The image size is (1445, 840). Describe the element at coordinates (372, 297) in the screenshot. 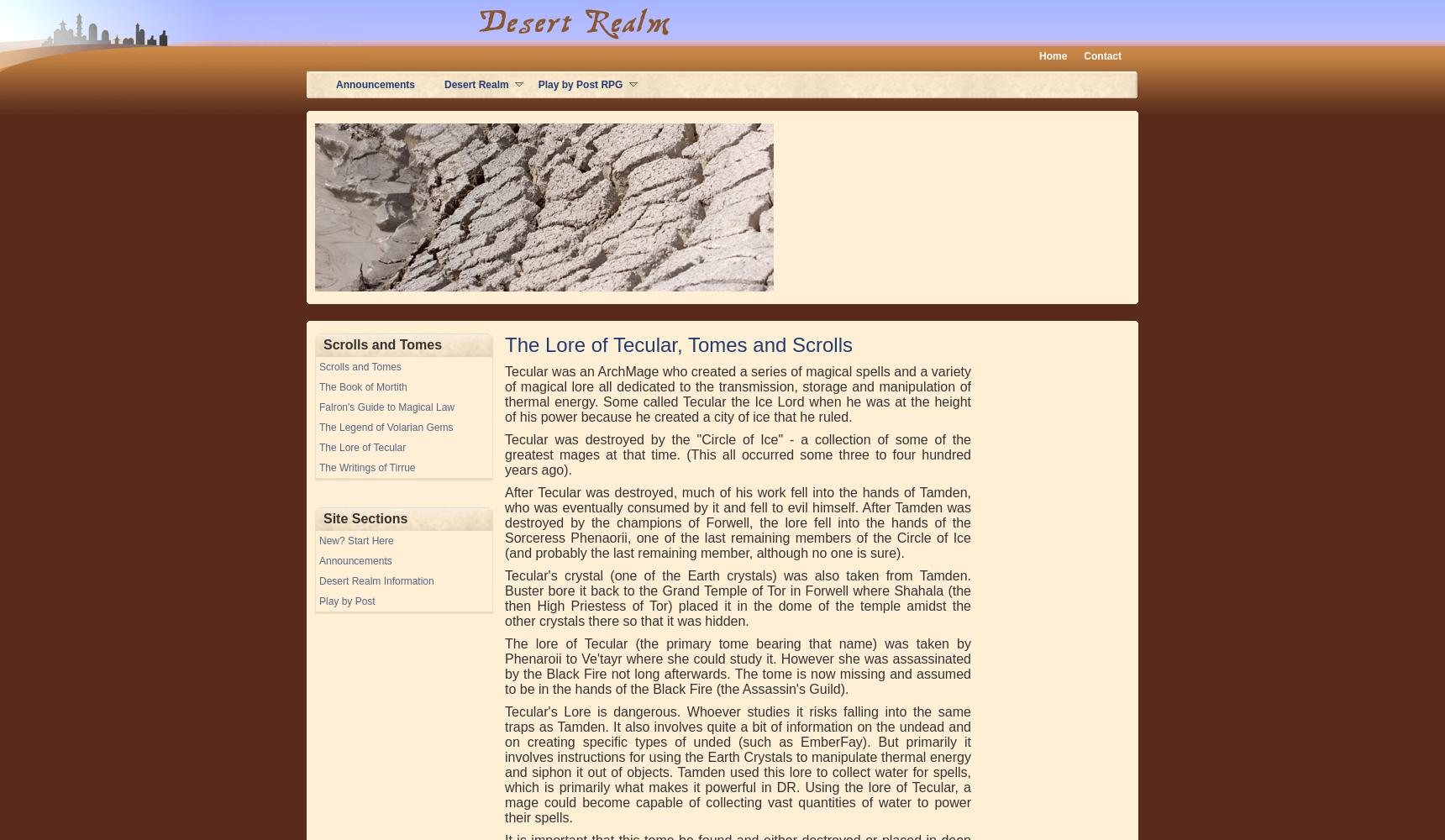

I see `'Scrolls and Tomes'` at that location.